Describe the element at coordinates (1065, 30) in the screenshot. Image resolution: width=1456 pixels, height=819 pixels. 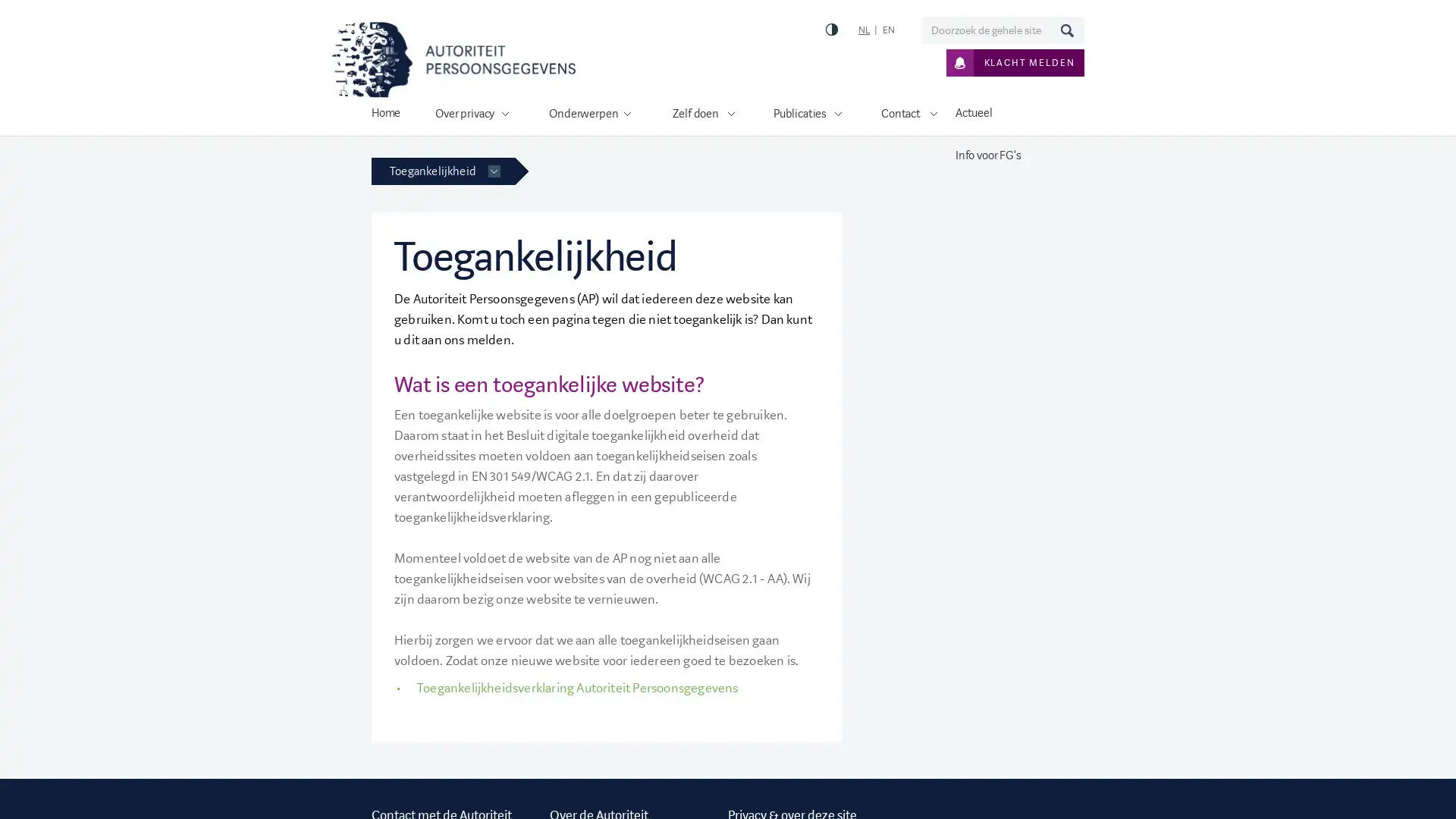
I see `Zoeken` at that location.